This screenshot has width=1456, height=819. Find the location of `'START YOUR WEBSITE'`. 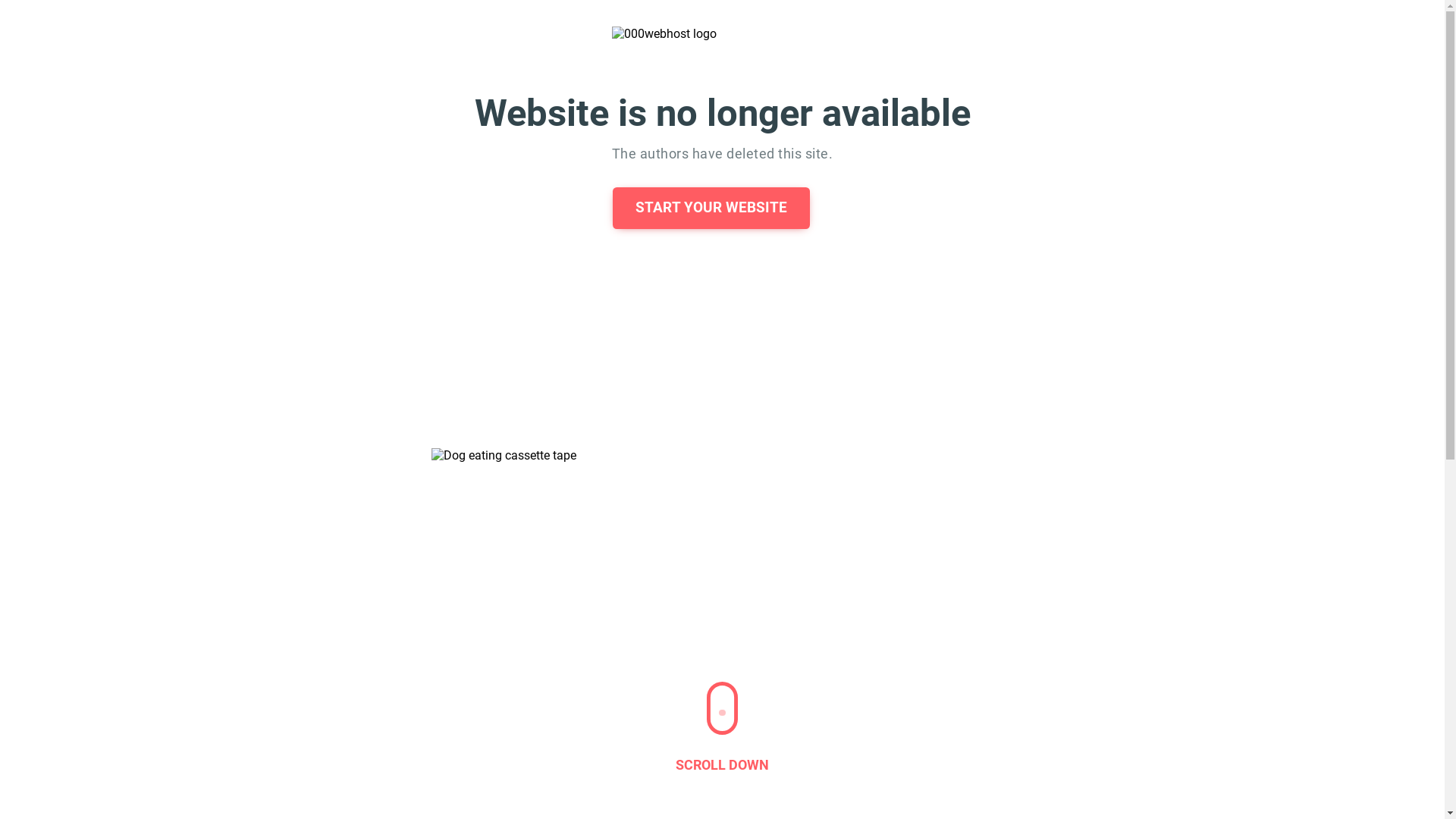

'START YOUR WEBSITE' is located at coordinates (710, 208).